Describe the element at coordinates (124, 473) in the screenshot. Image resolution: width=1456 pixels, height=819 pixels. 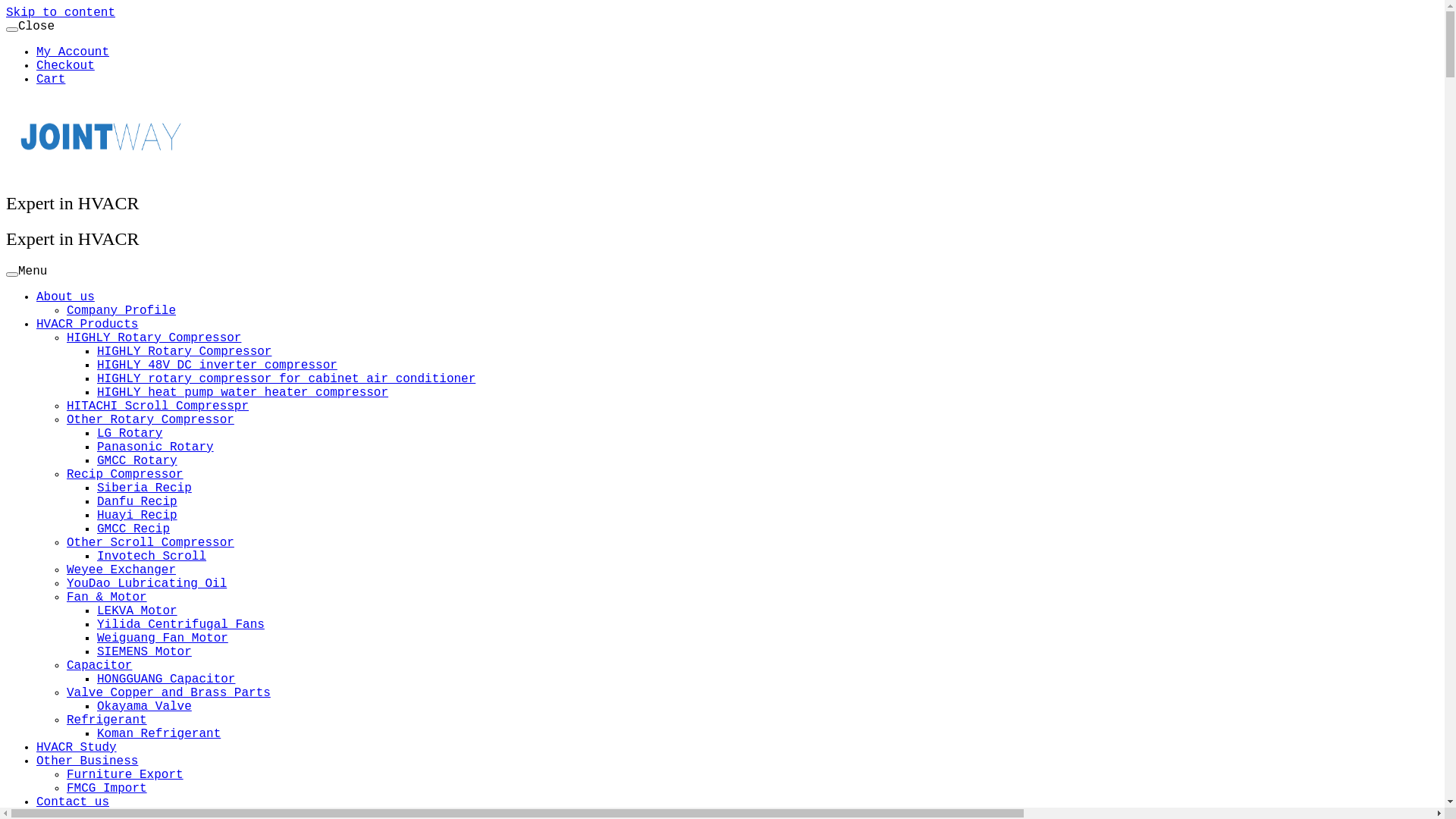
I see `'Recip Compressor'` at that location.